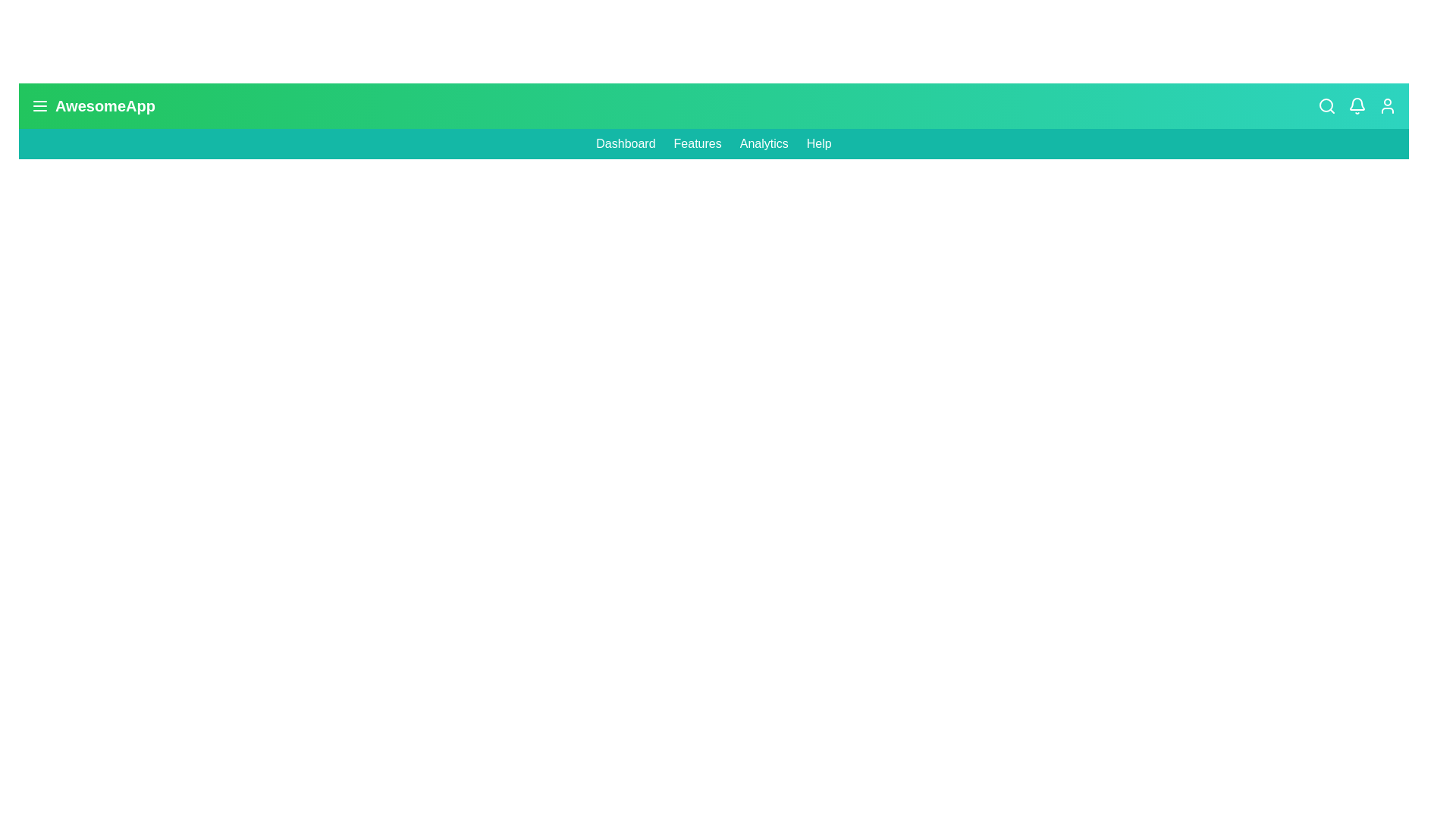 This screenshot has height=819, width=1456. Describe the element at coordinates (697, 143) in the screenshot. I see `the 'Features' link in the navigation bar` at that location.